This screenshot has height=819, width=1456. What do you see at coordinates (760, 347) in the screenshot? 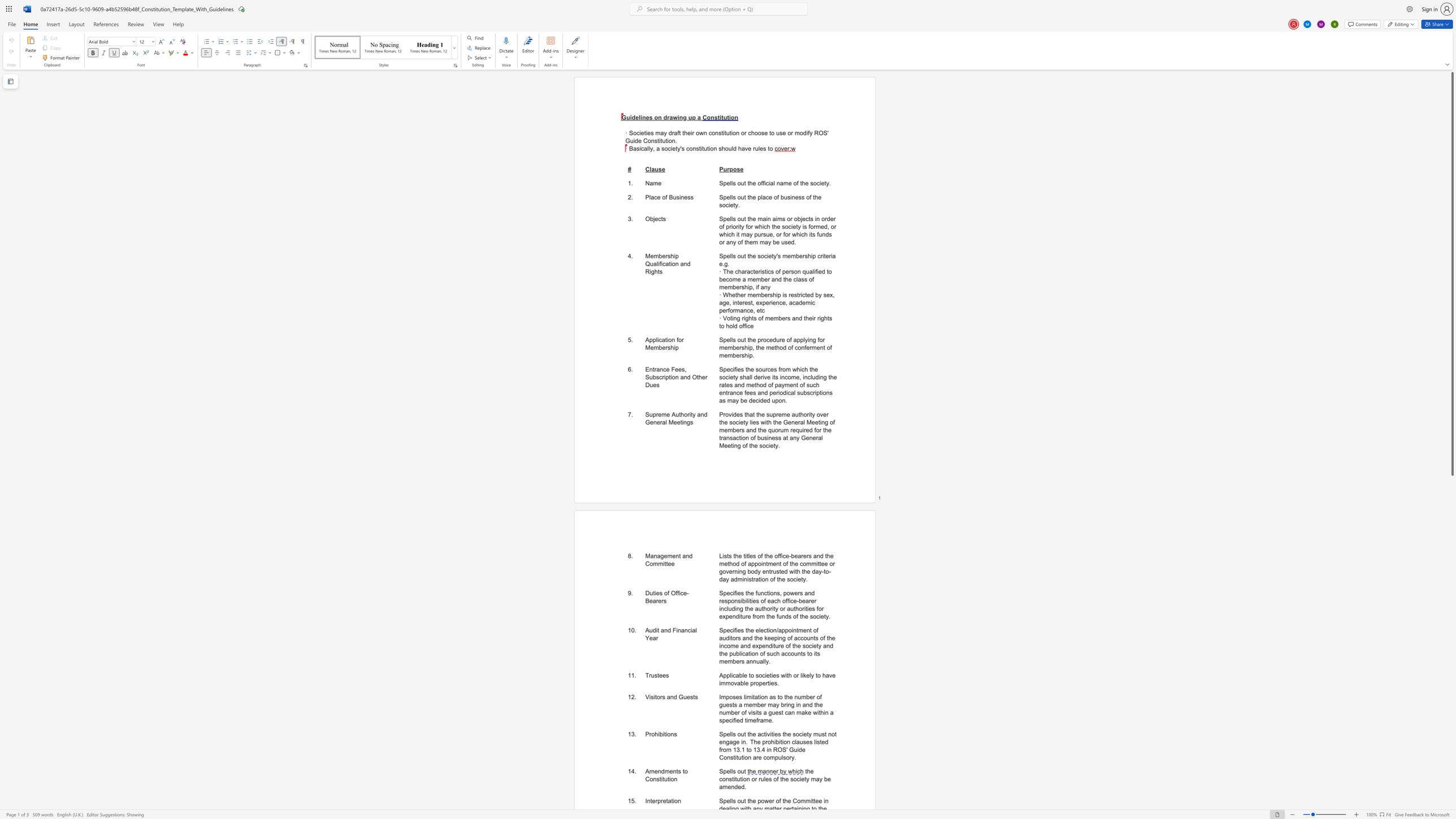
I see `the subset text "e method of conferment of membersh" within the text "Spells out the procedure of applying for membership, the method of conferment of membership."` at bounding box center [760, 347].